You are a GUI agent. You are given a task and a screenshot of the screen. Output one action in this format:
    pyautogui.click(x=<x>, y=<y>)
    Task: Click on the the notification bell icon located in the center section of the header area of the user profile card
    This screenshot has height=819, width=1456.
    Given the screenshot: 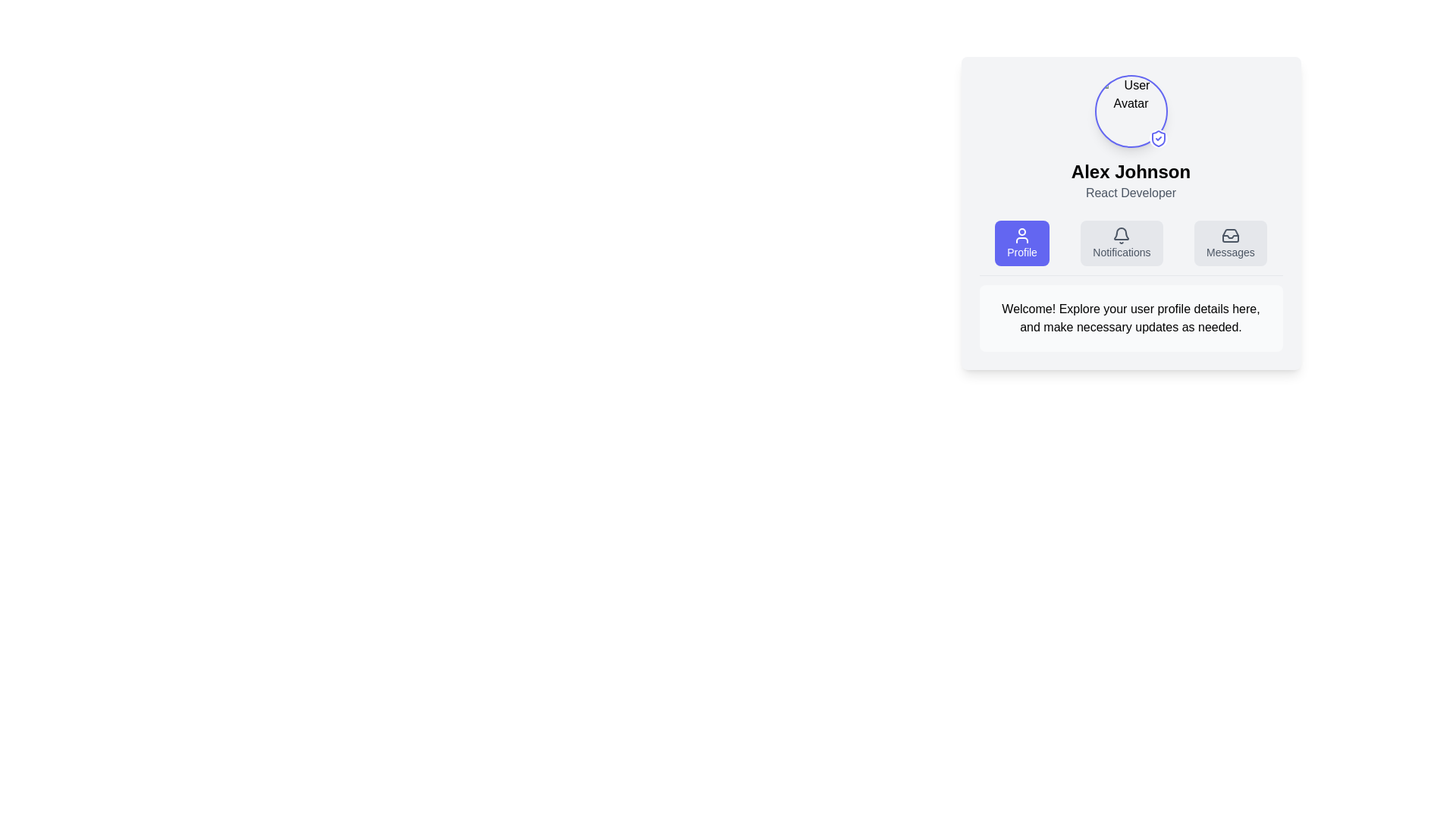 What is the action you would take?
    pyautogui.click(x=1122, y=234)
    